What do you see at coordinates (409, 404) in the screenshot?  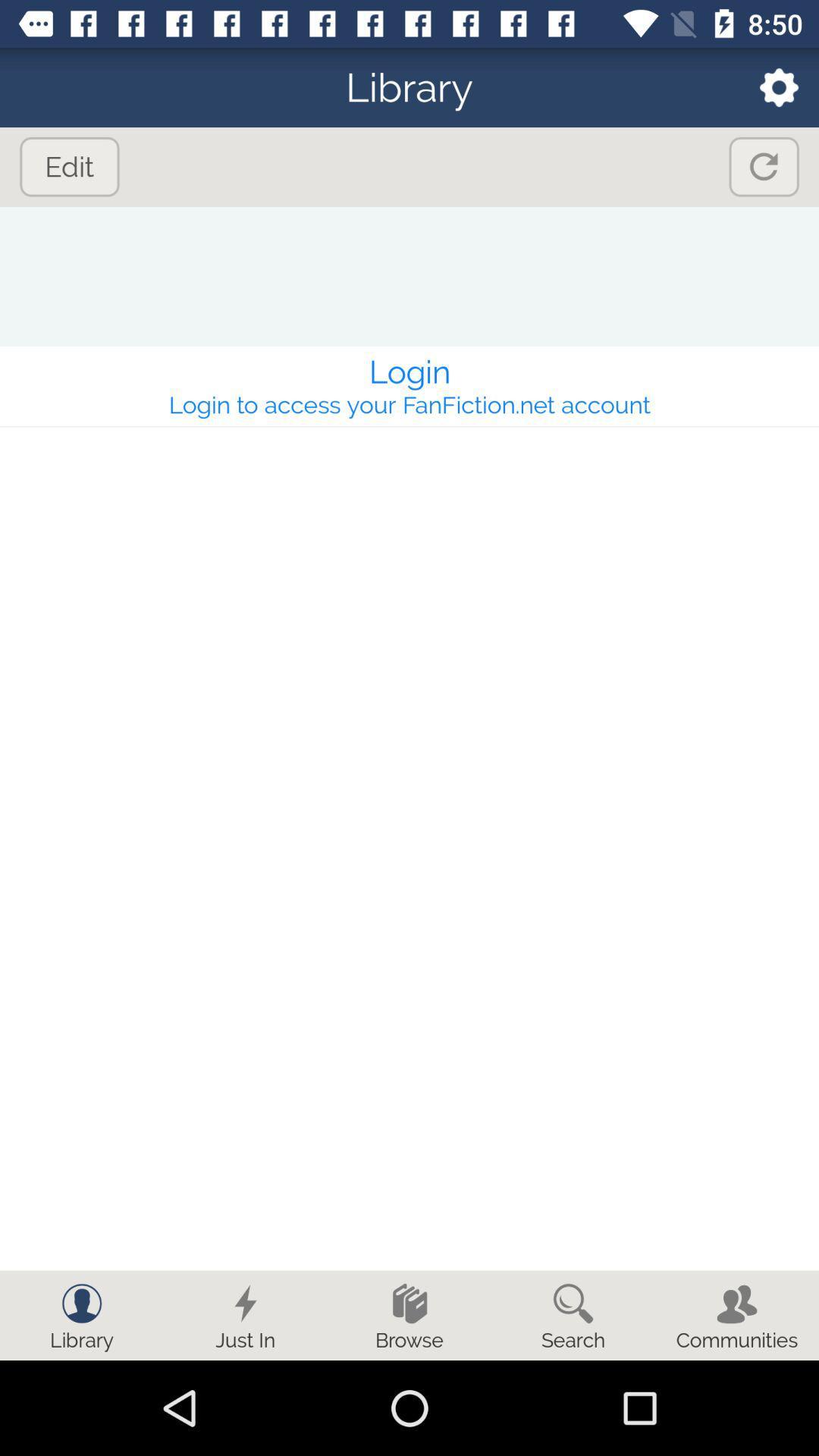 I see `the item below the login icon` at bounding box center [409, 404].